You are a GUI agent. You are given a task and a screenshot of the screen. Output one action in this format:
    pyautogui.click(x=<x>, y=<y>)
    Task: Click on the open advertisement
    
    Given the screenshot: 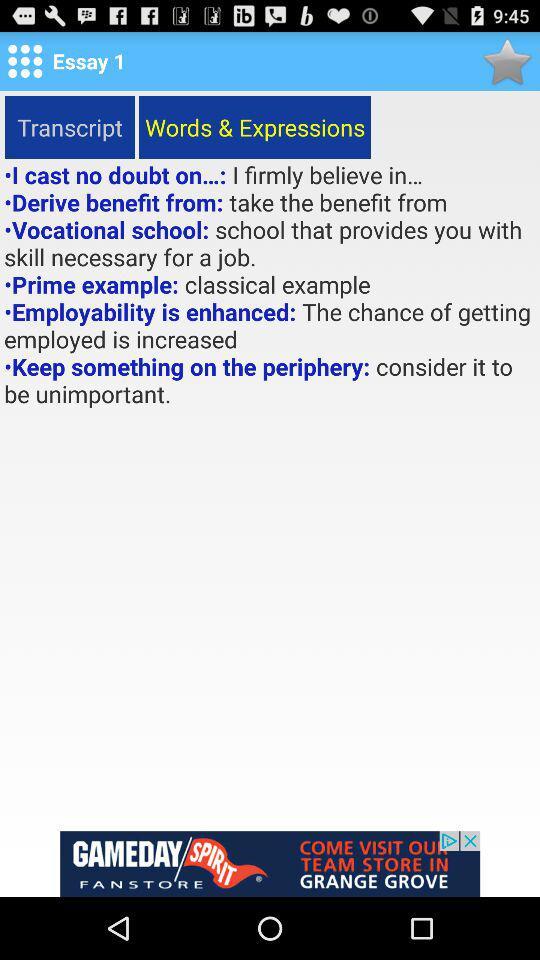 What is the action you would take?
    pyautogui.click(x=270, y=863)
    